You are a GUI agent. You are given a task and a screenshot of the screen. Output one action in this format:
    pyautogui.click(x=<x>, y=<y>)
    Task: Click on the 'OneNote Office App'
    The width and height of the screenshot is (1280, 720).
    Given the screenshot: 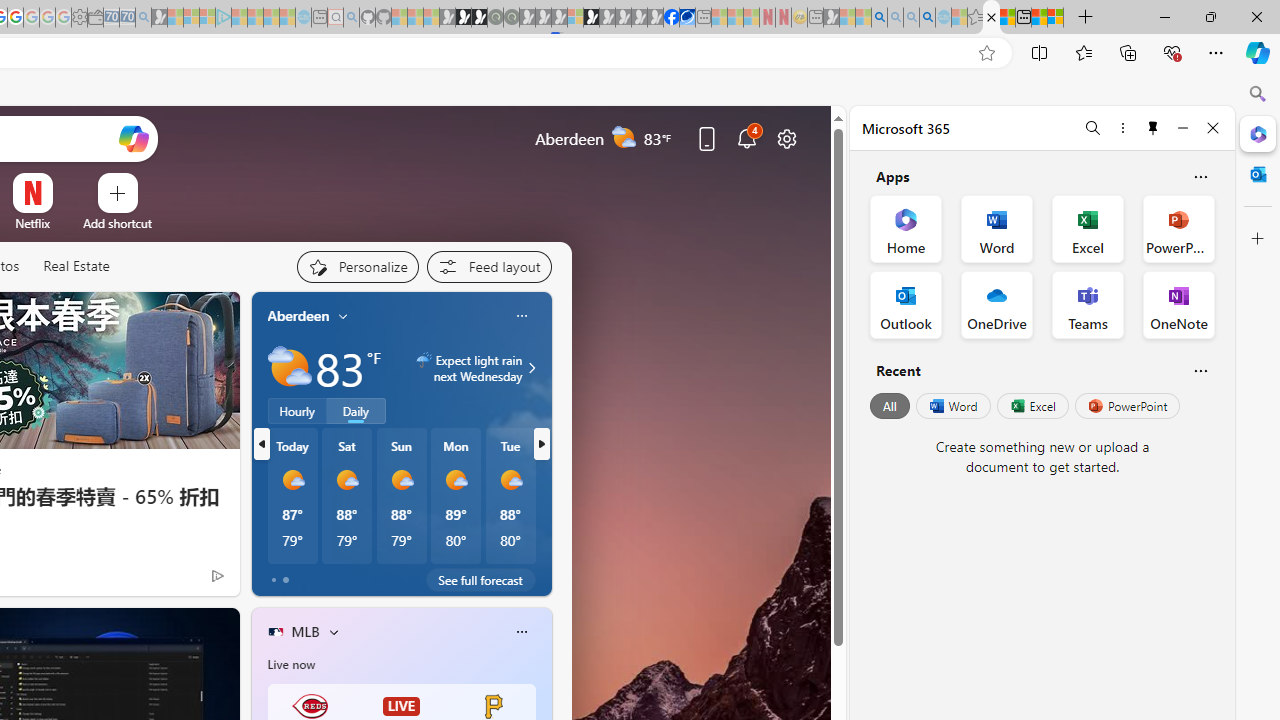 What is the action you would take?
    pyautogui.click(x=1178, y=304)
    